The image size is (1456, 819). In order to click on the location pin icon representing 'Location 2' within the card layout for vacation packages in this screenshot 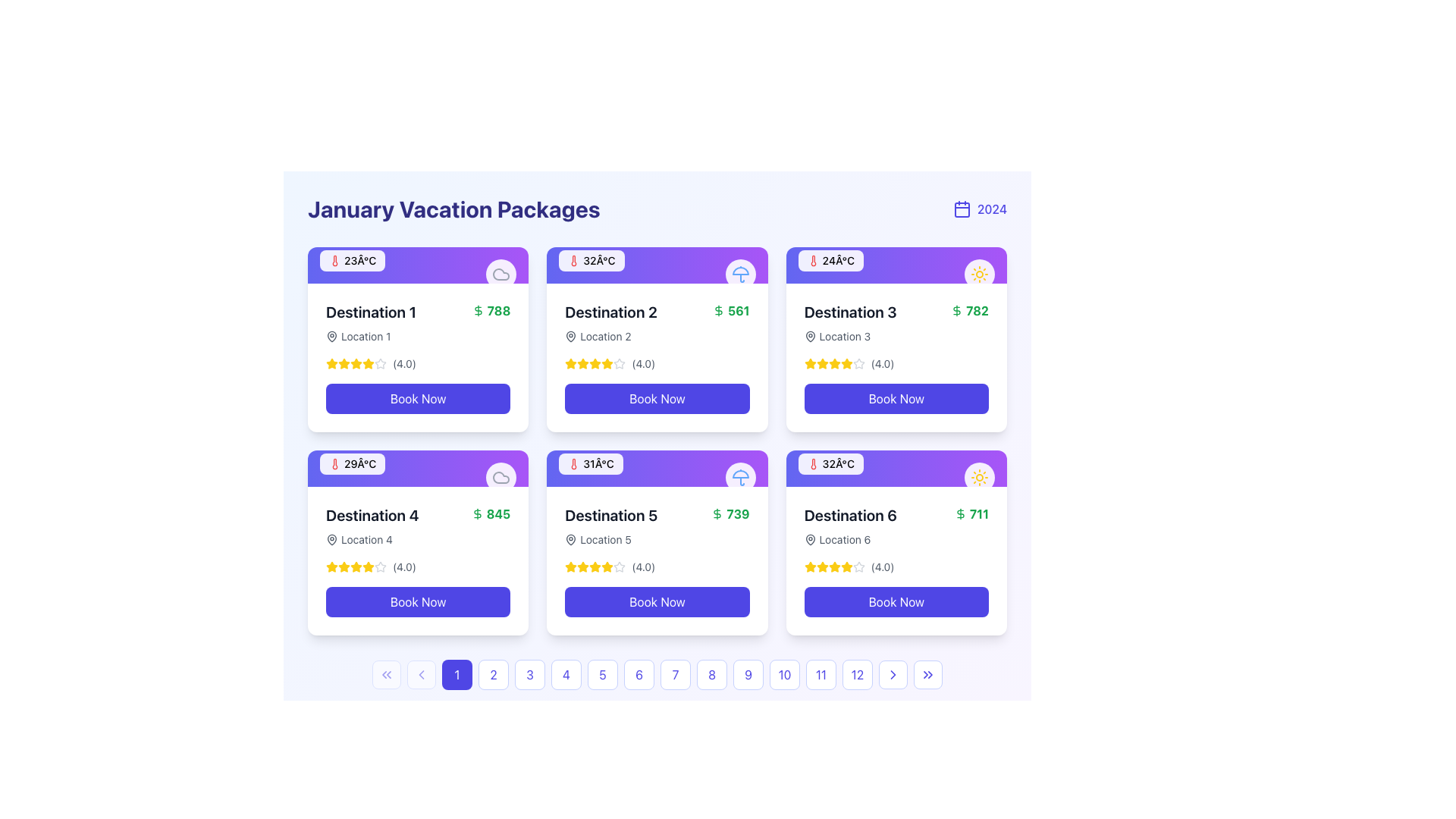, I will do `click(570, 335)`.